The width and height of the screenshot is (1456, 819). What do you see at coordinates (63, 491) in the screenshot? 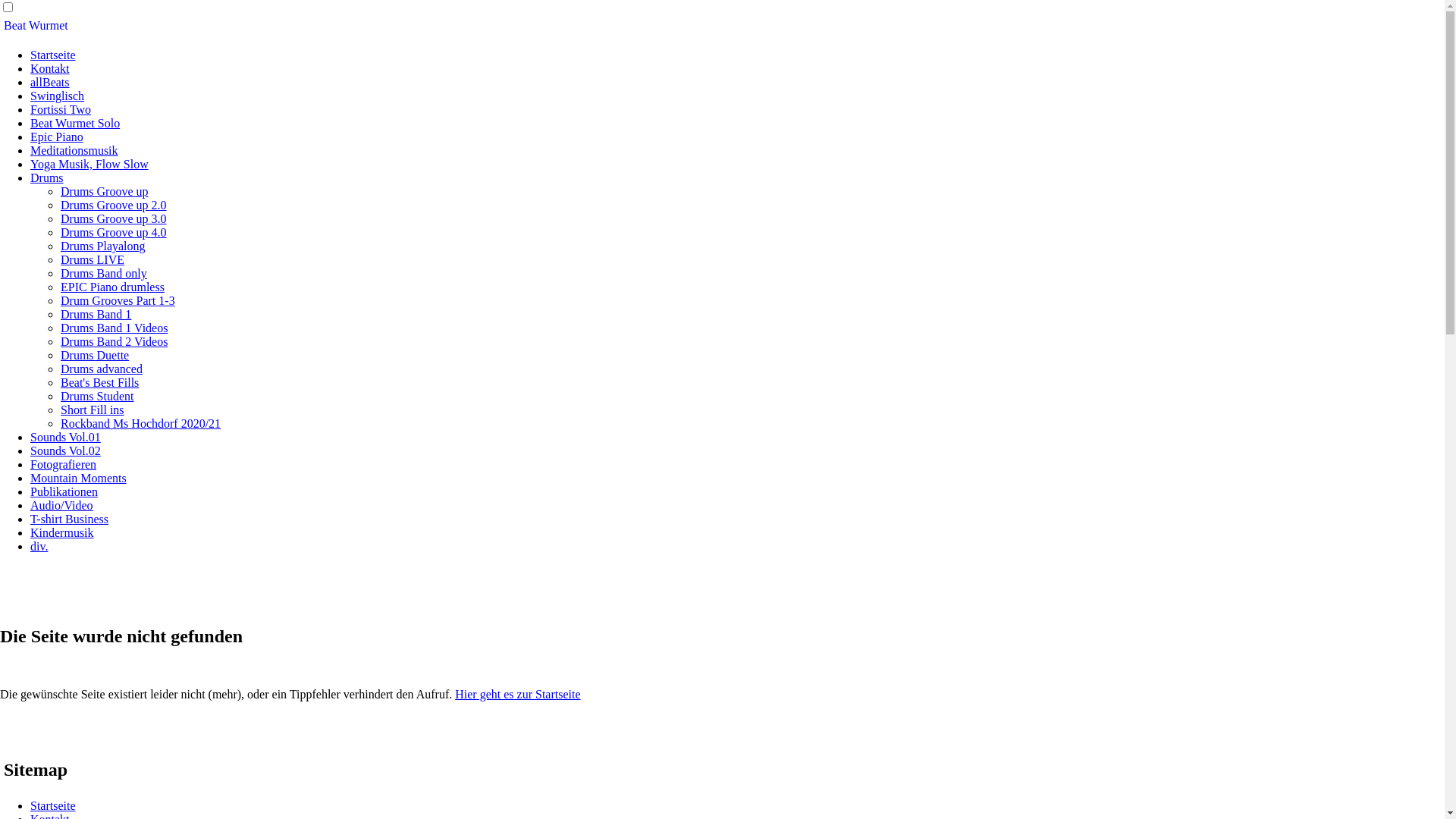
I see `'Publikationen'` at bounding box center [63, 491].